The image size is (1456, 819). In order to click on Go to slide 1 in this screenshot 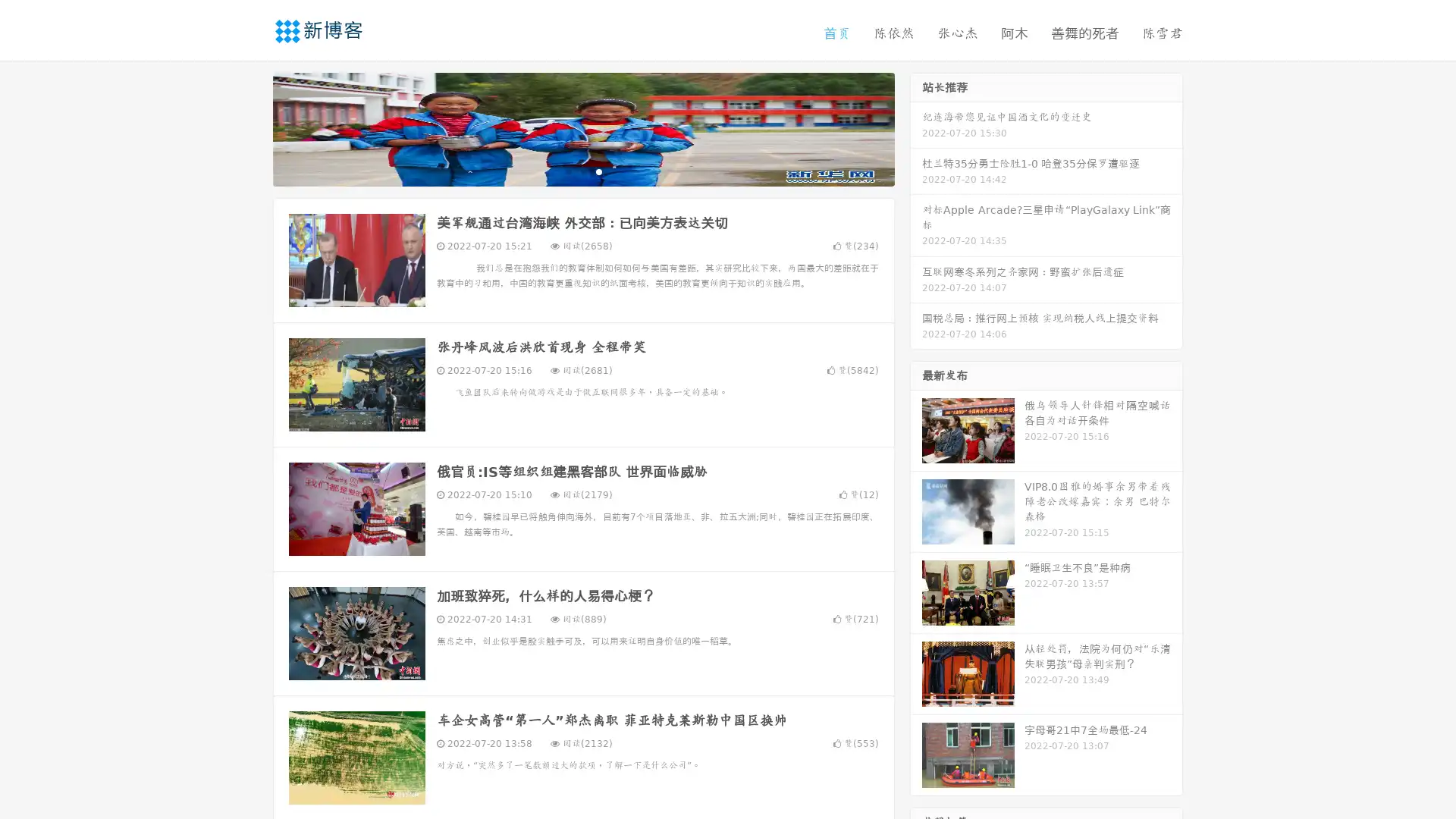, I will do `click(567, 171)`.